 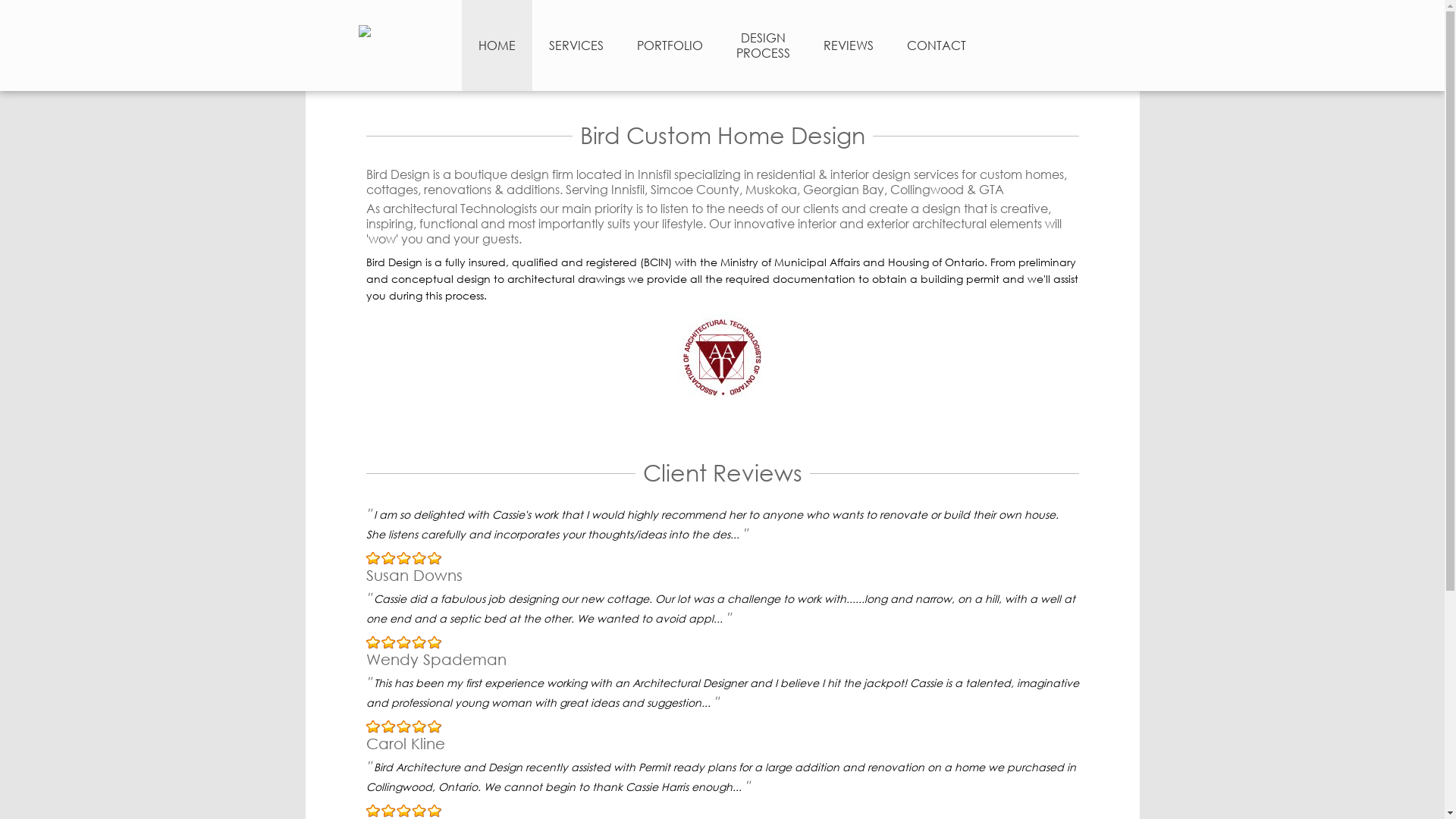 I want to click on 'HOME', so click(x=460, y=45).